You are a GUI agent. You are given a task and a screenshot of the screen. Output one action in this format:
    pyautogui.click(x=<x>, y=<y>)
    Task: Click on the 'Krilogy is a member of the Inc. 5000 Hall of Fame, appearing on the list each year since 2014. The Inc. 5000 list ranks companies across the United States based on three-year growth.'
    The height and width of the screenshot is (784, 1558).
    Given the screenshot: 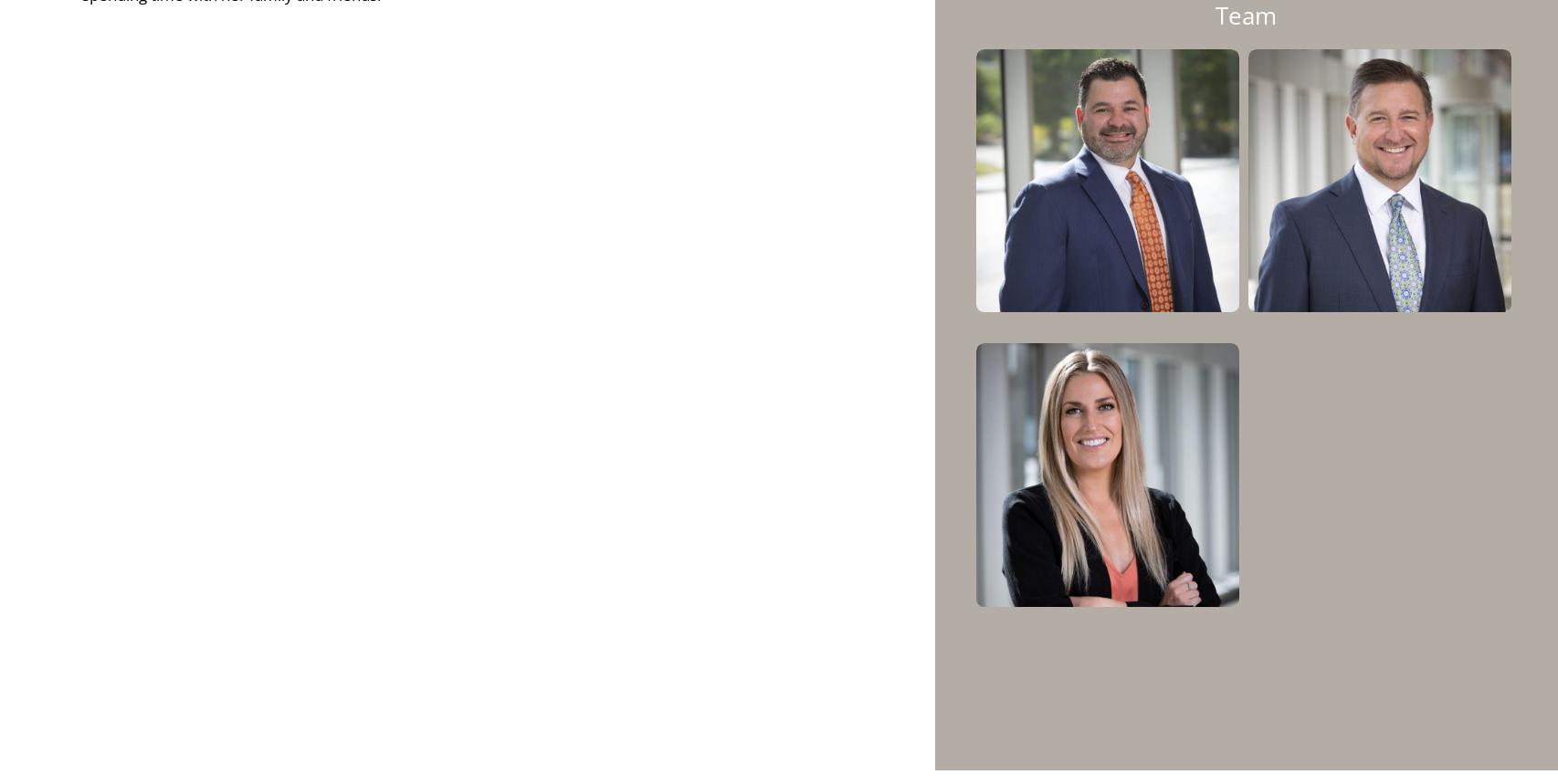 What is the action you would take?
    pyautogui.click(x=939, y=467)
    